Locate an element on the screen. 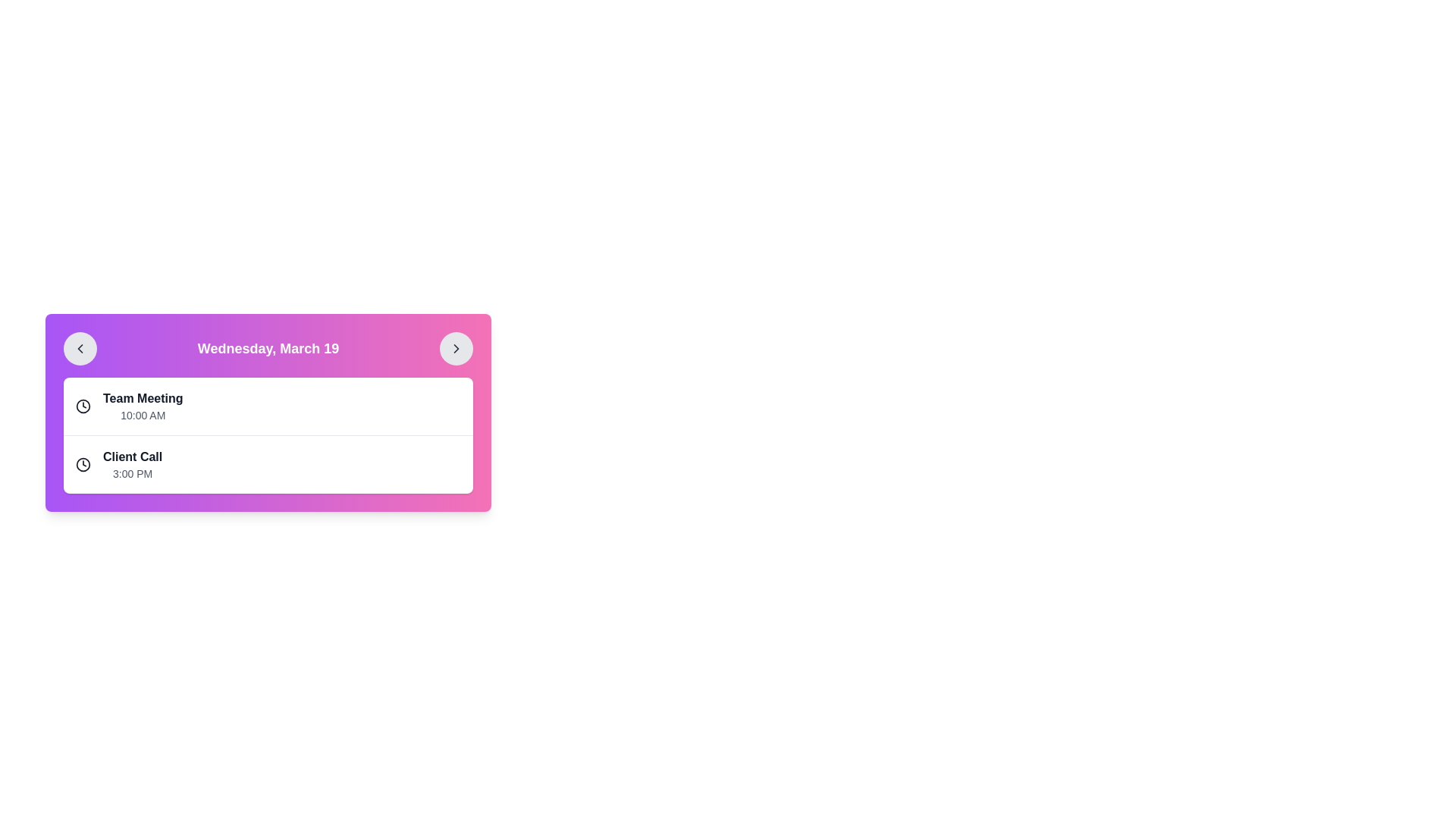 Image resolution: width=1456 pixels, height=819 pixels. the left-pointing arrow SVG icon embedded in the rounded button located in the top-left corner of the interface's header section is located at coordinates (79, 348).